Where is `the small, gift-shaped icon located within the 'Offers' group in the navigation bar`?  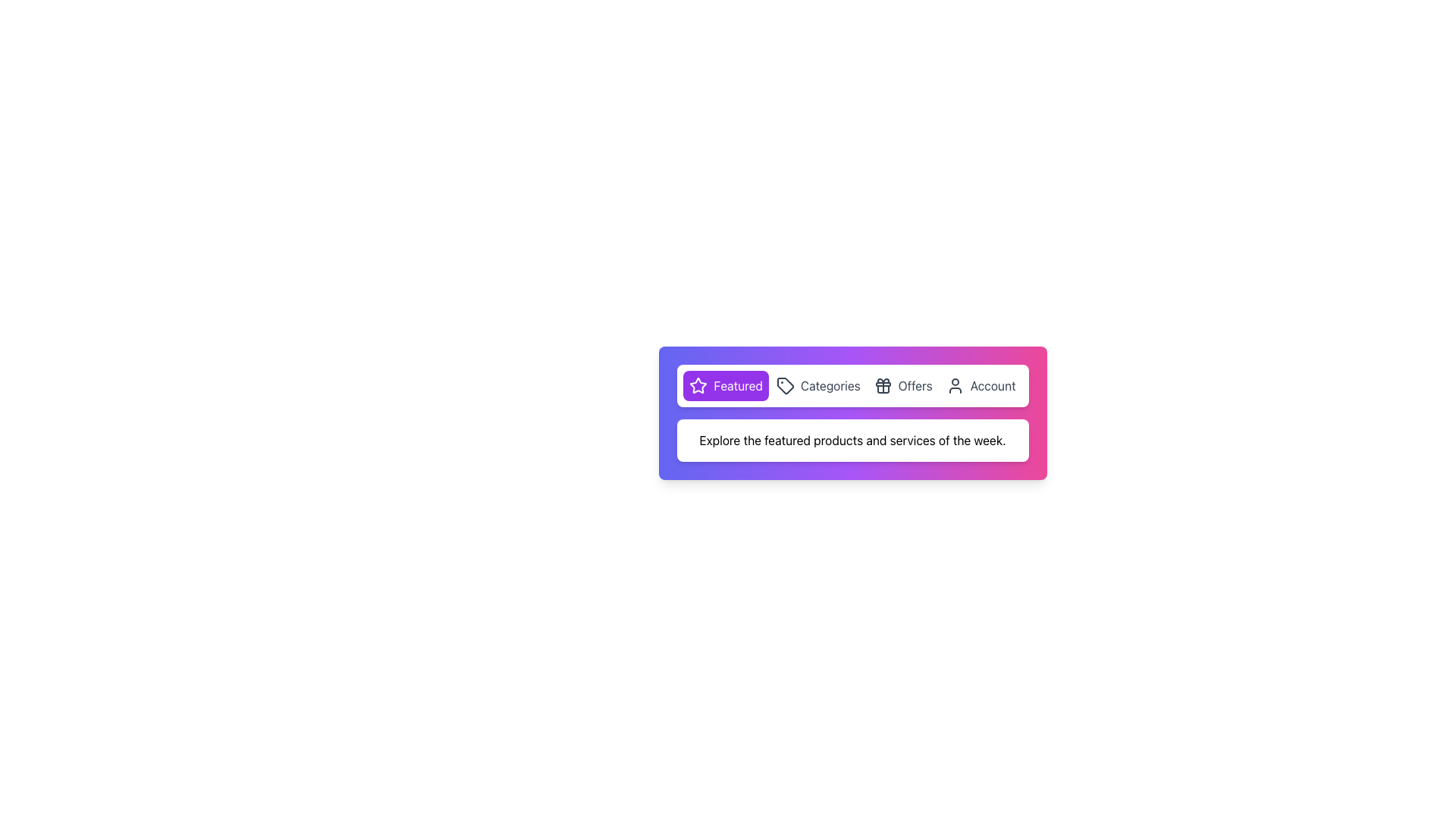 the small, gift-shaped icon located within the 'Offers' group in the navigation bar is located at coordinates (883, 385).